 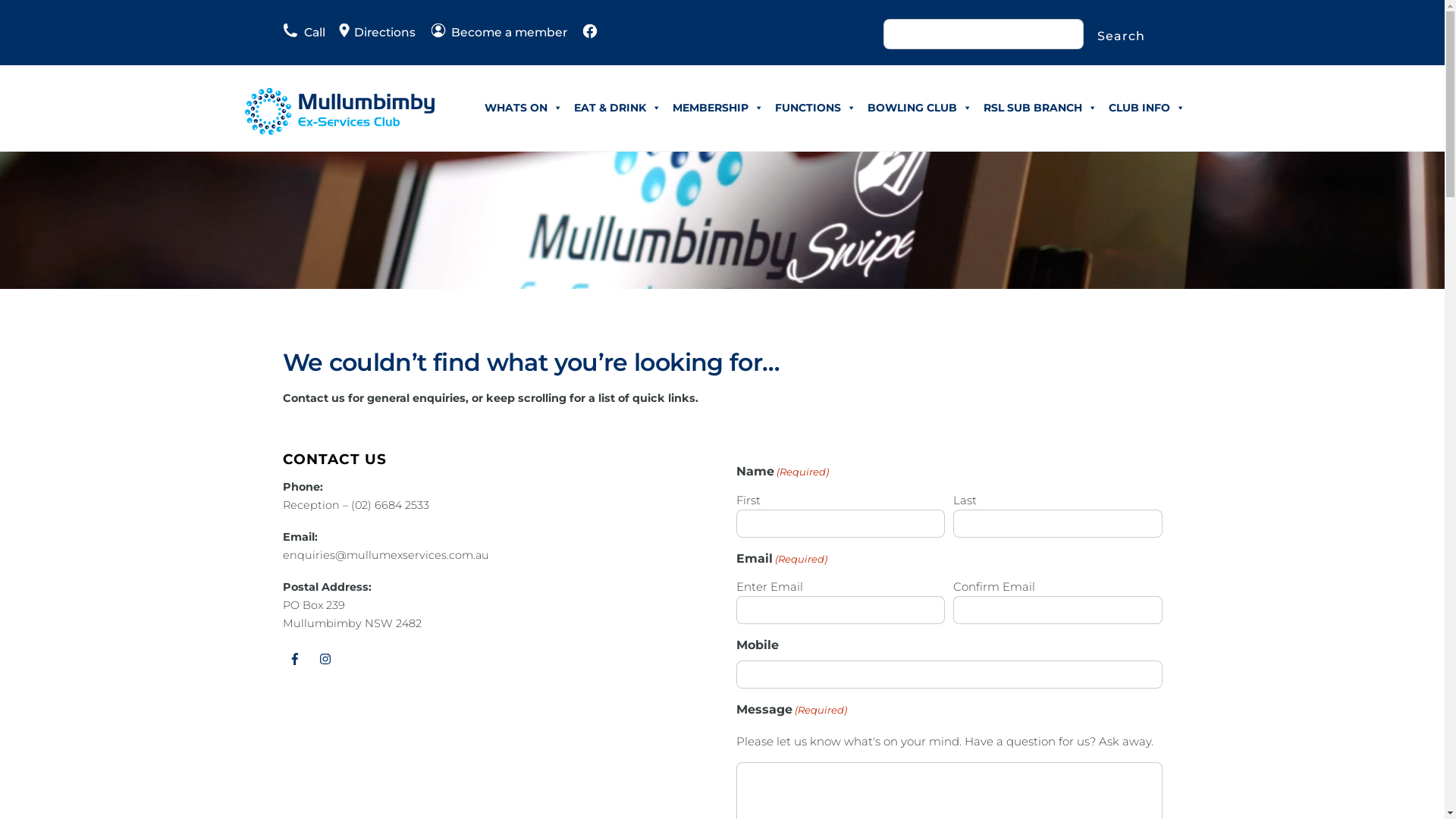 What do you see at coordinates (717, 107) in the screenshot?
I see `'MEMBERSHIP'` at bounding box center [717, 107].